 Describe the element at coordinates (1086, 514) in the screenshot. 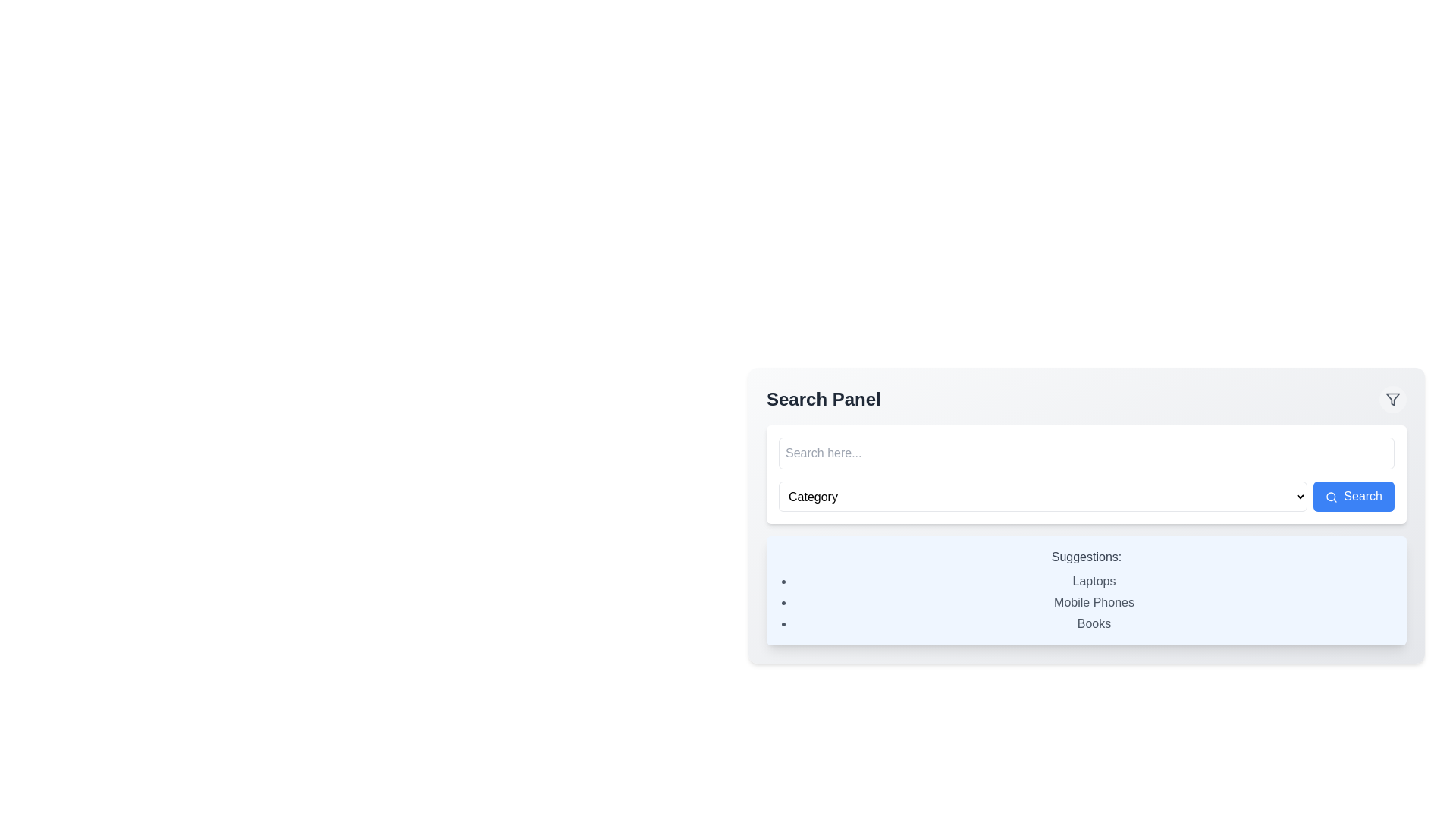

I see `the 'Search Panel' element, which is a centrally located panel with a gradient background and rounded corners` at that location.